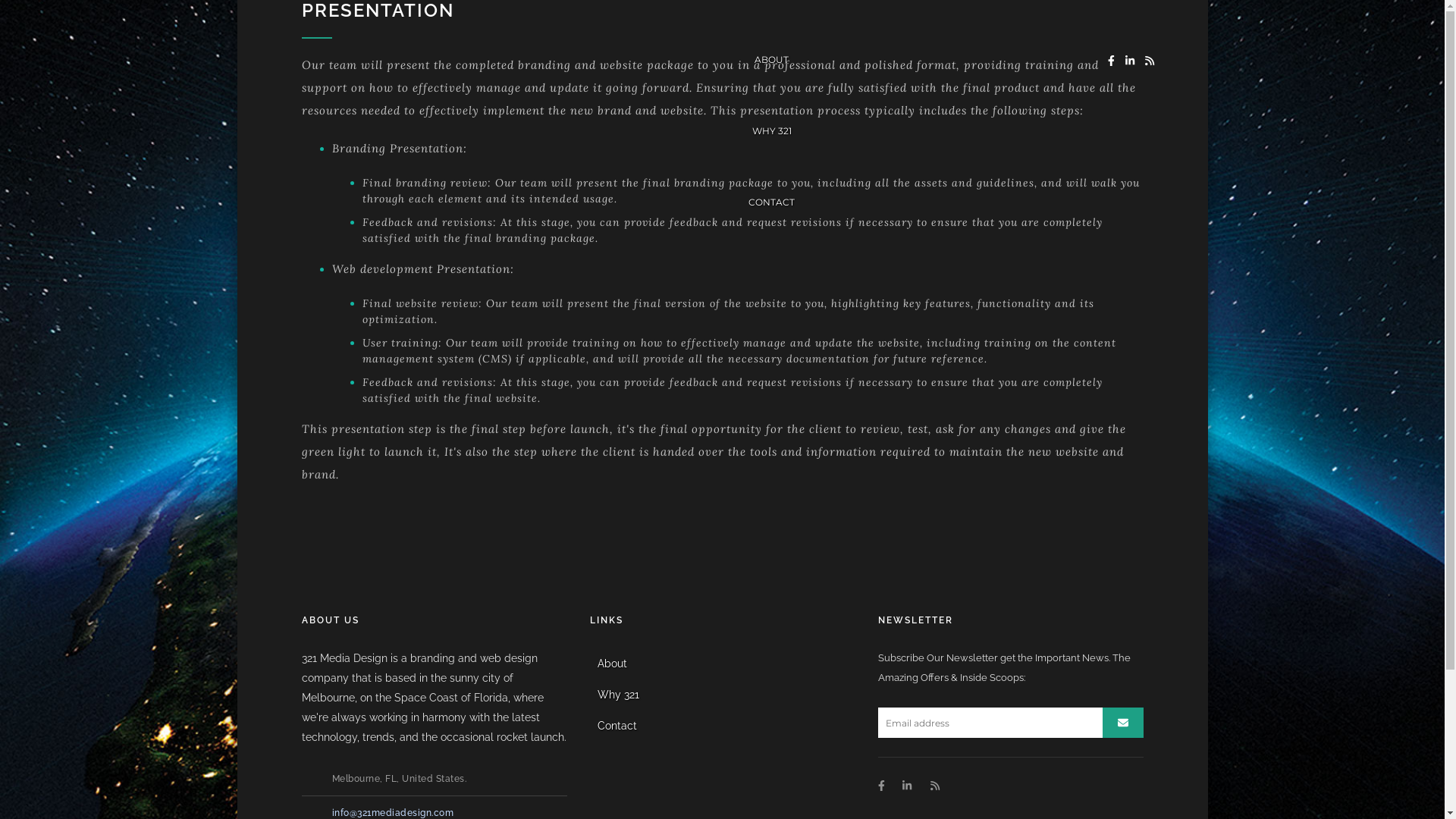 The image size is (1456, 819). I want to click on 'Instagram', so click(1129, 60).